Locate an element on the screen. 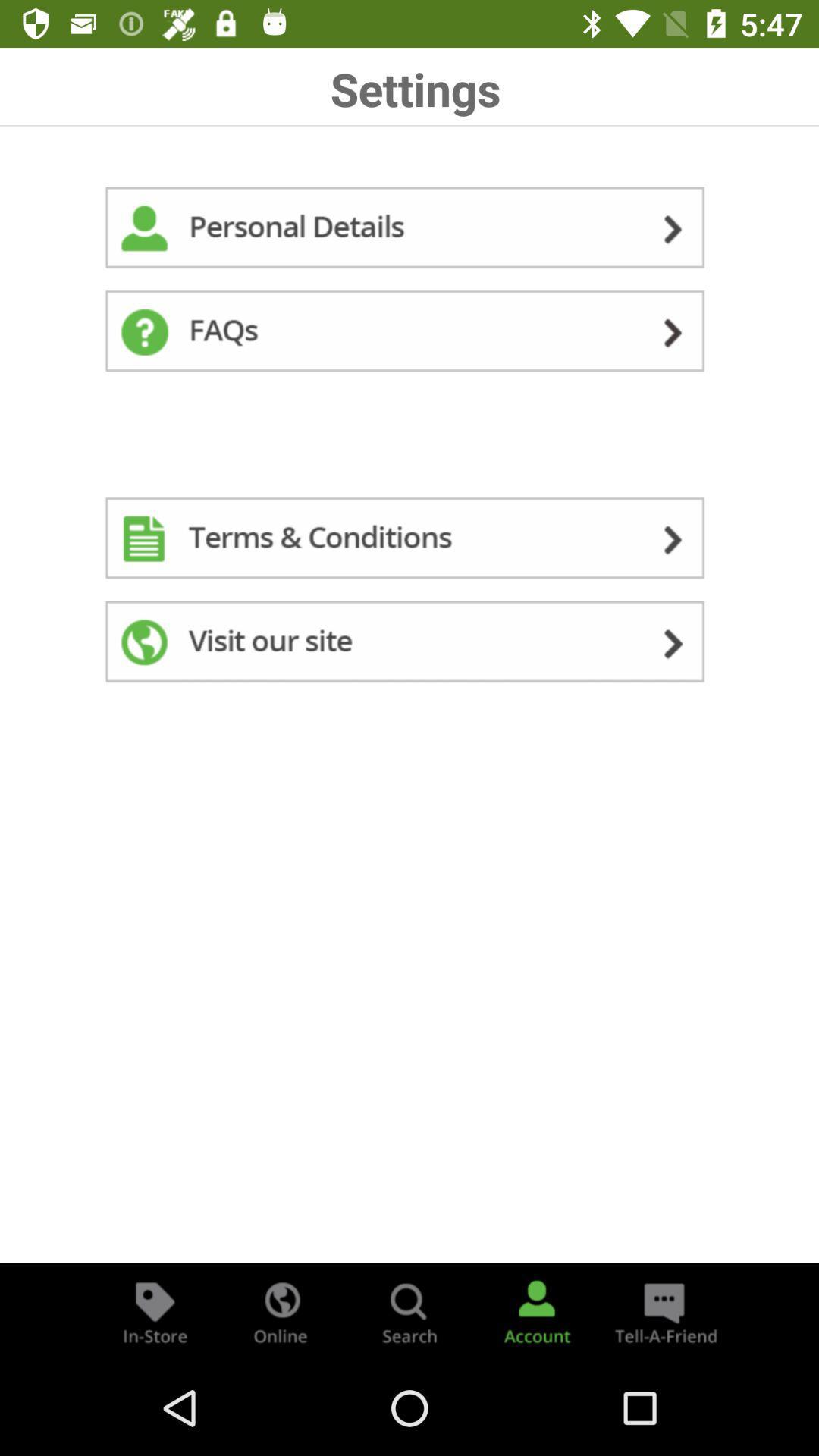 This screenshot has width=819, height=1456. the chat icon is located at coordinates (663, 1310).